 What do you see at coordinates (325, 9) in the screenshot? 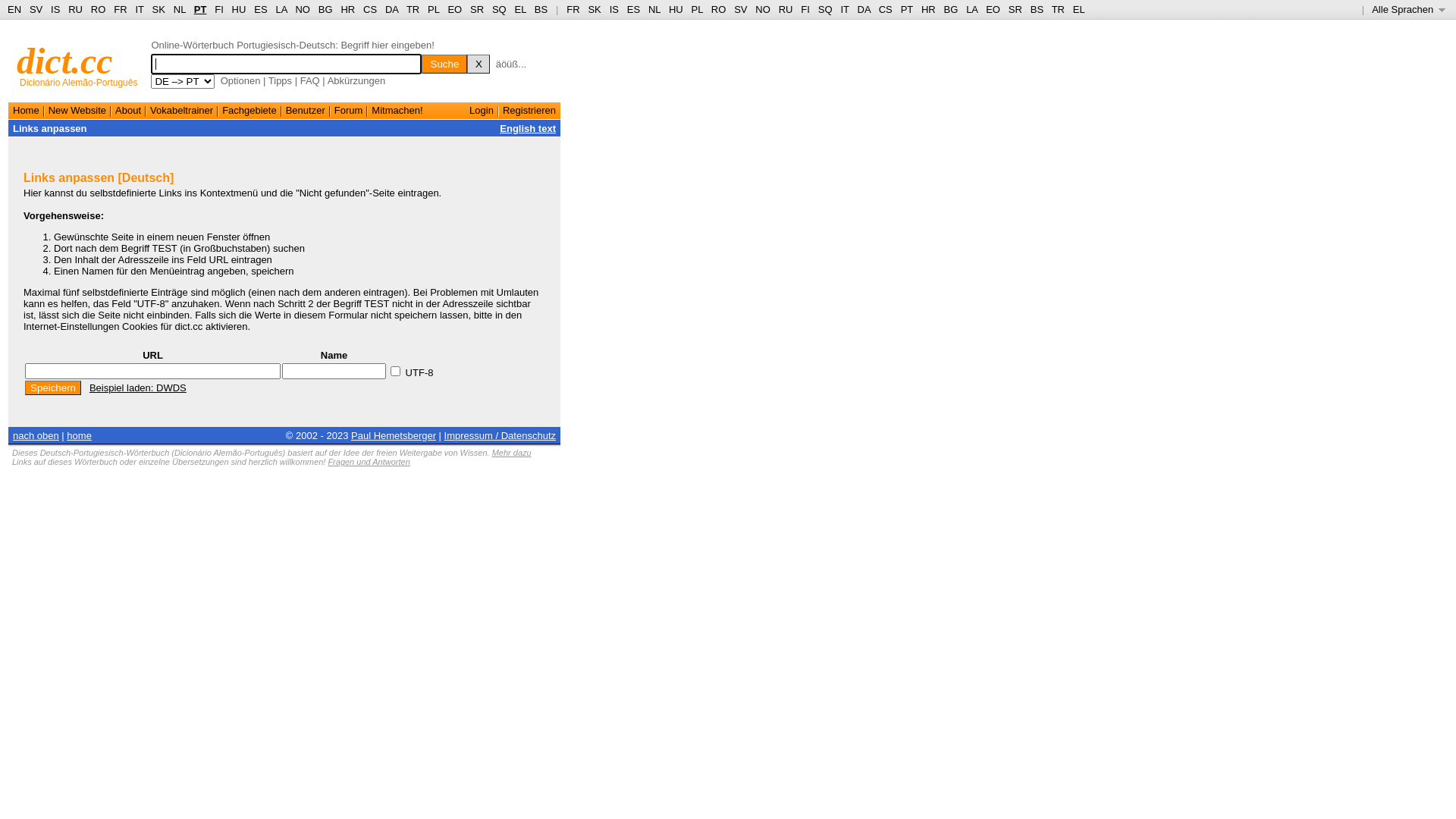
I see `'BG'` at bounding box center [325, 9].